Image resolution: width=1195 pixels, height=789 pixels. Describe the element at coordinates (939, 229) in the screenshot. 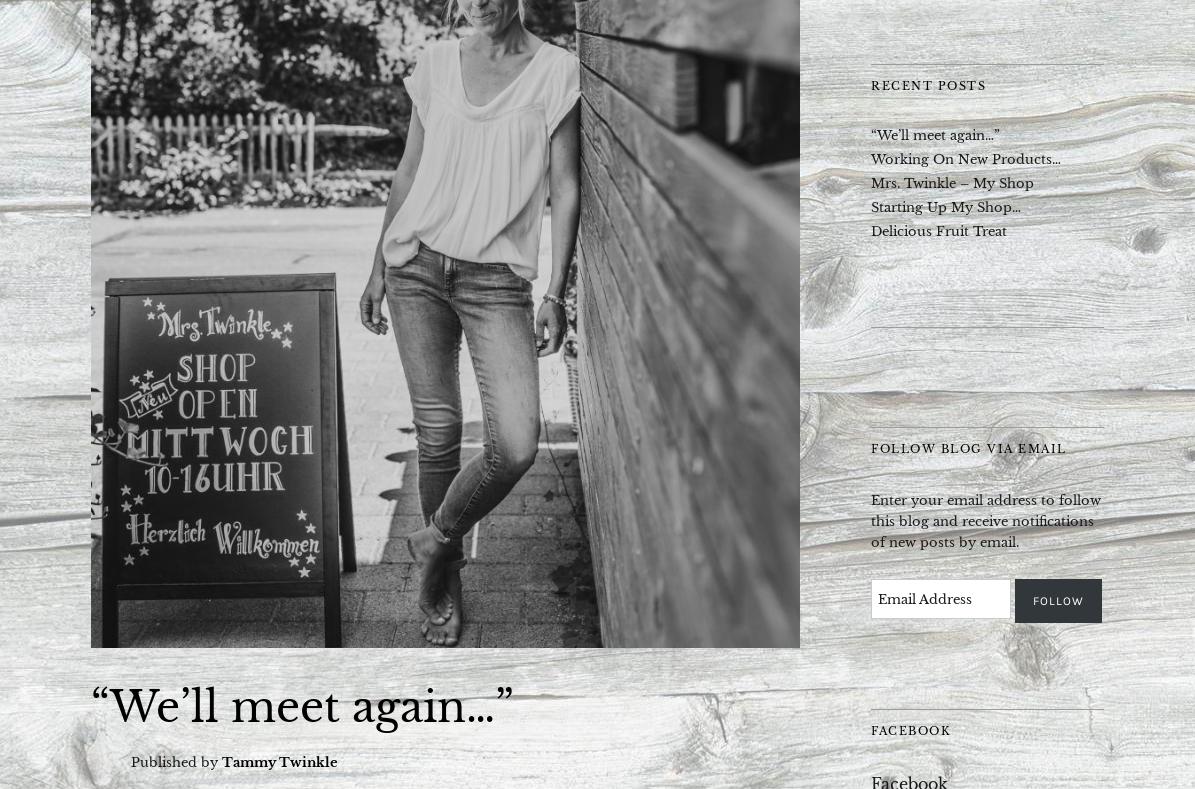

I see `'Delicious Fruit Treat'` at that location.